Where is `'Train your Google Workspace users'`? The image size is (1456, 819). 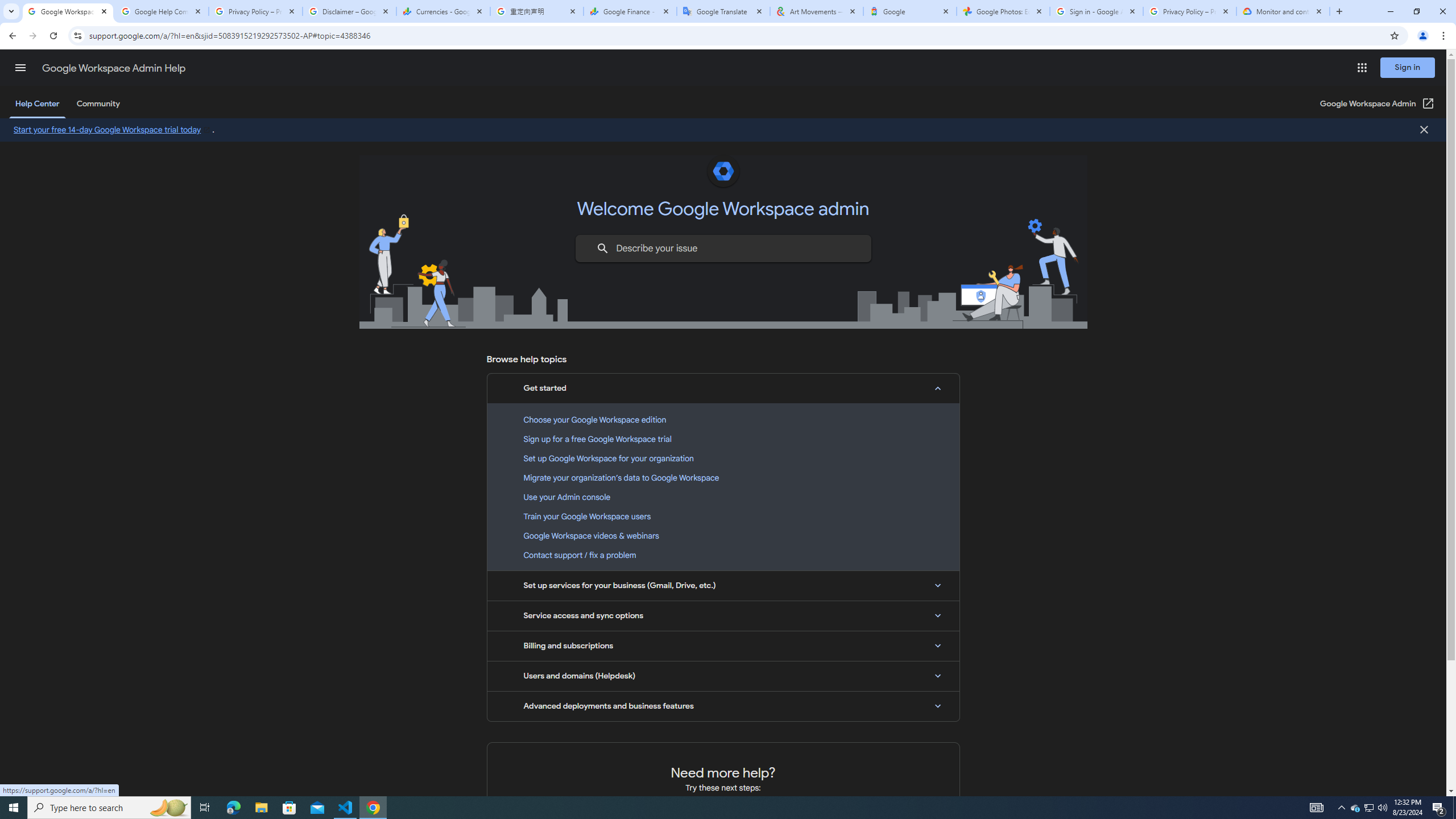
'Train your Google Workspace users' is located at coordinates (723, 516).